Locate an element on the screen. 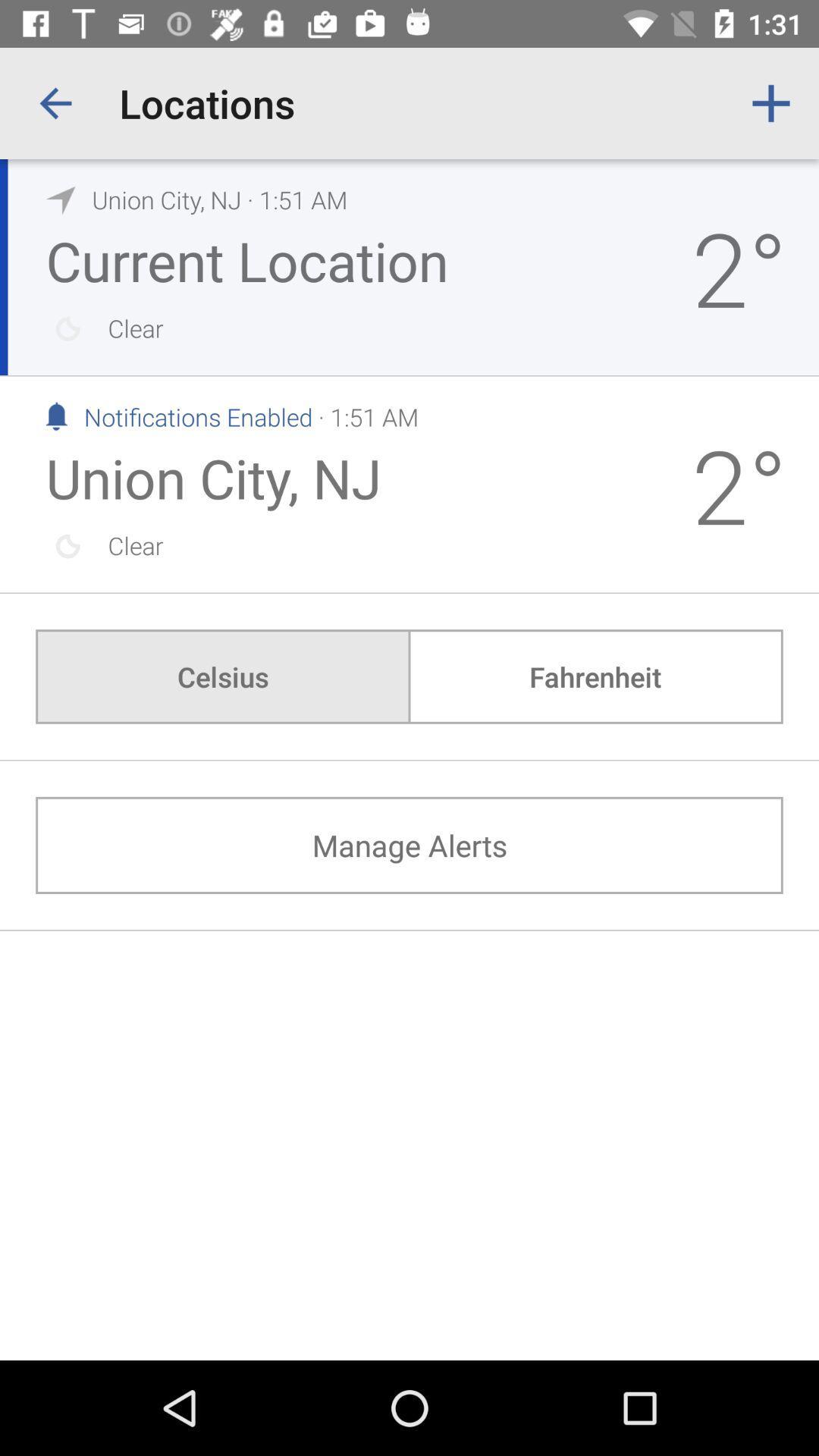 The image size is (819, 1456). the manage alerts icon is located at coordinates (409, 844).